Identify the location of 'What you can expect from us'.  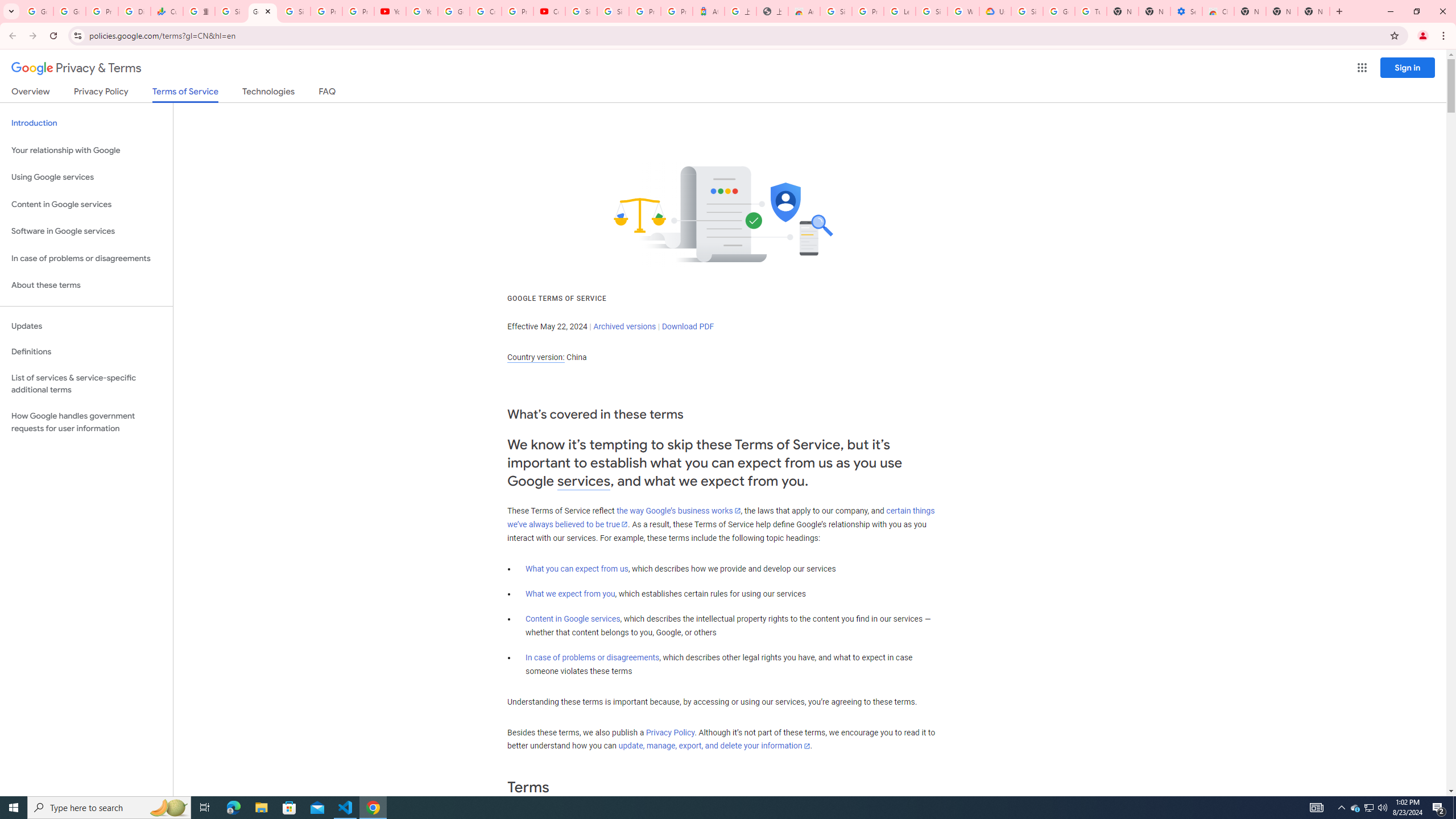
(577, 568).